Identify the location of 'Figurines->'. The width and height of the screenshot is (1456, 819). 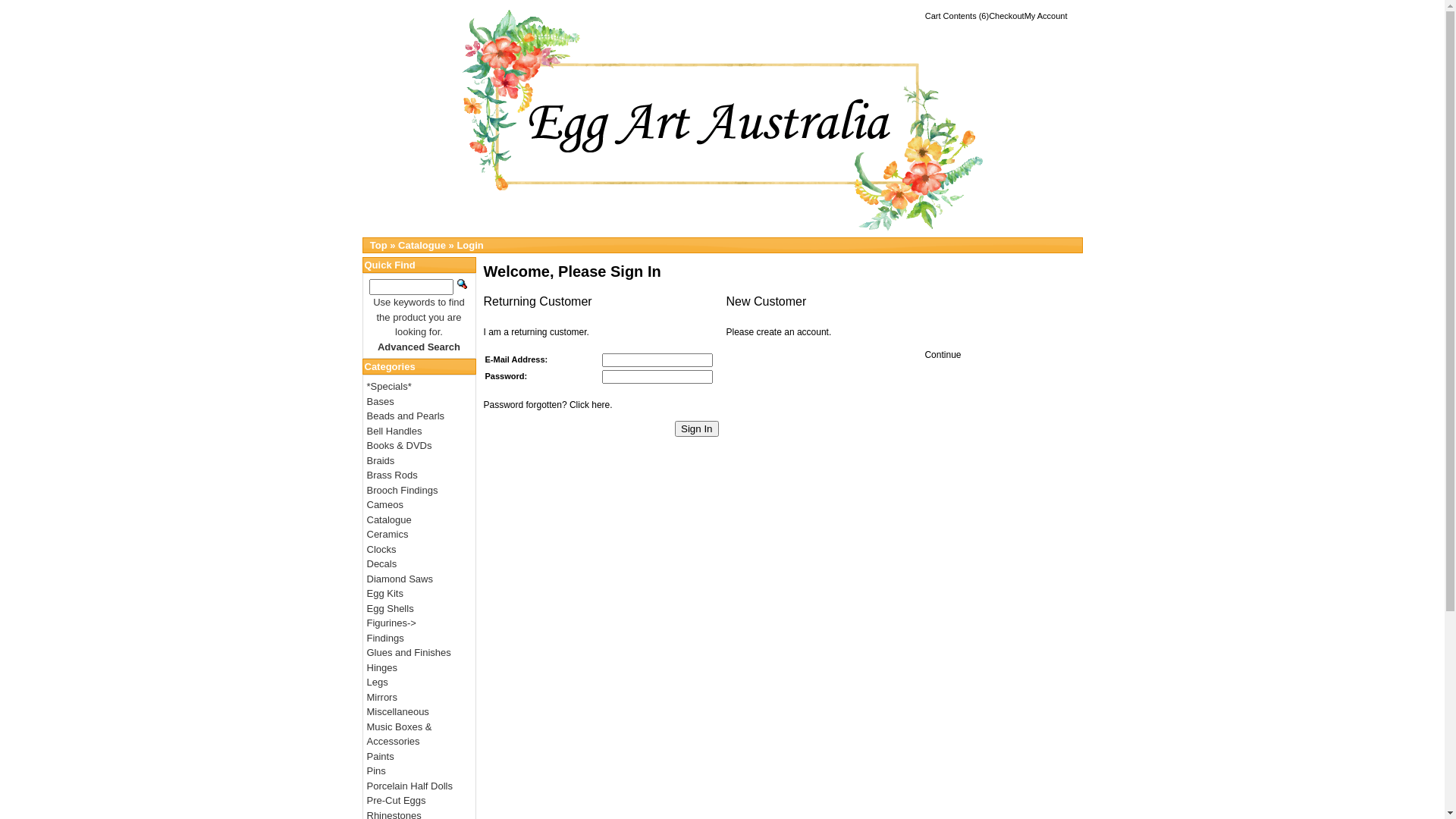
(391, 623).